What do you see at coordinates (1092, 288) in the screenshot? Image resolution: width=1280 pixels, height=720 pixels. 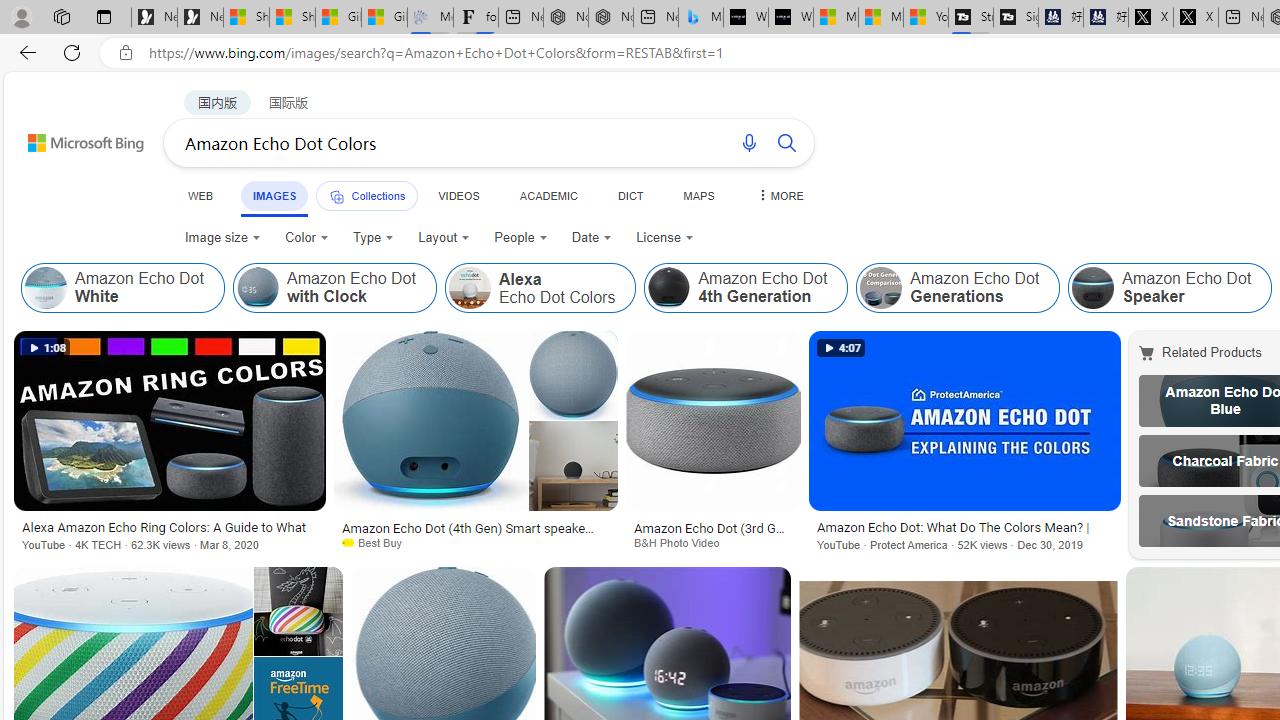 I see `'Amazon Echo Dot Speaker'` at bounding box center [1092, 288].